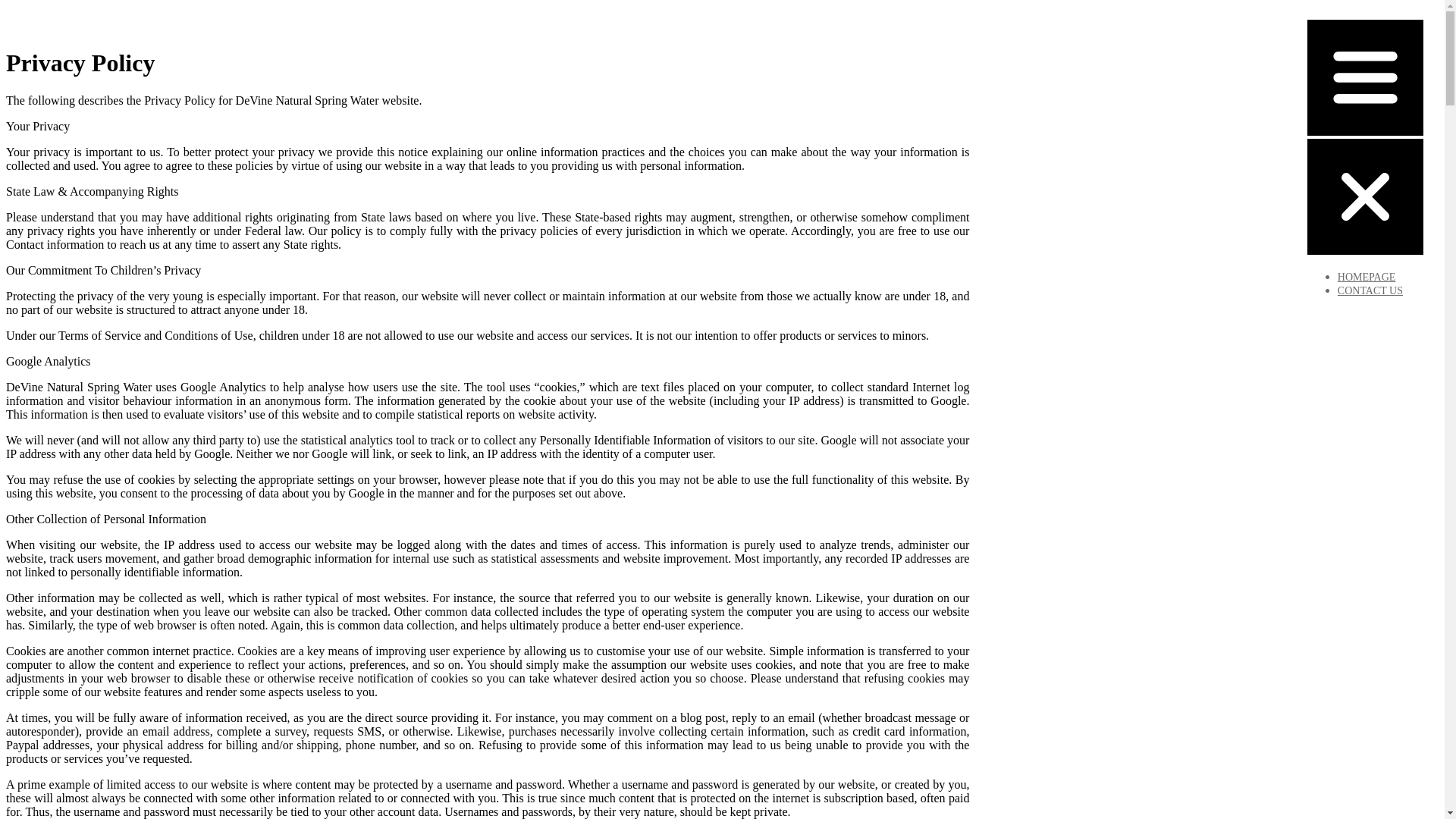 Image resolution: width=1456 pixels, height=819 pixels. Describe the element at coordinates (1367, 277) in the screenshot. I see `'HOMEPAGE'` at that location.